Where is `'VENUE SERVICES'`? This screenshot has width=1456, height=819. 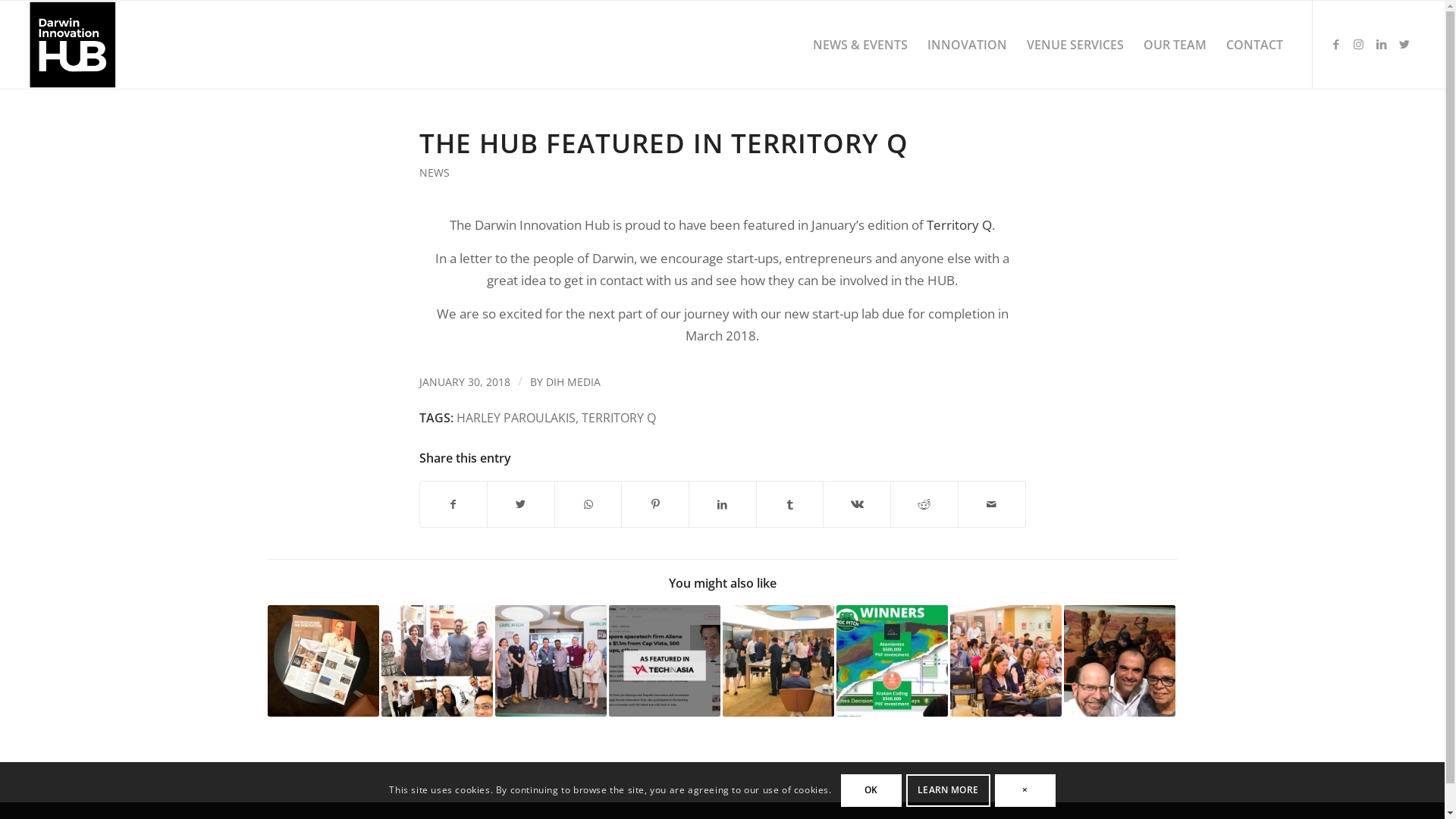 'VENUE SERVICES' is located at coordinates (1074, 43).